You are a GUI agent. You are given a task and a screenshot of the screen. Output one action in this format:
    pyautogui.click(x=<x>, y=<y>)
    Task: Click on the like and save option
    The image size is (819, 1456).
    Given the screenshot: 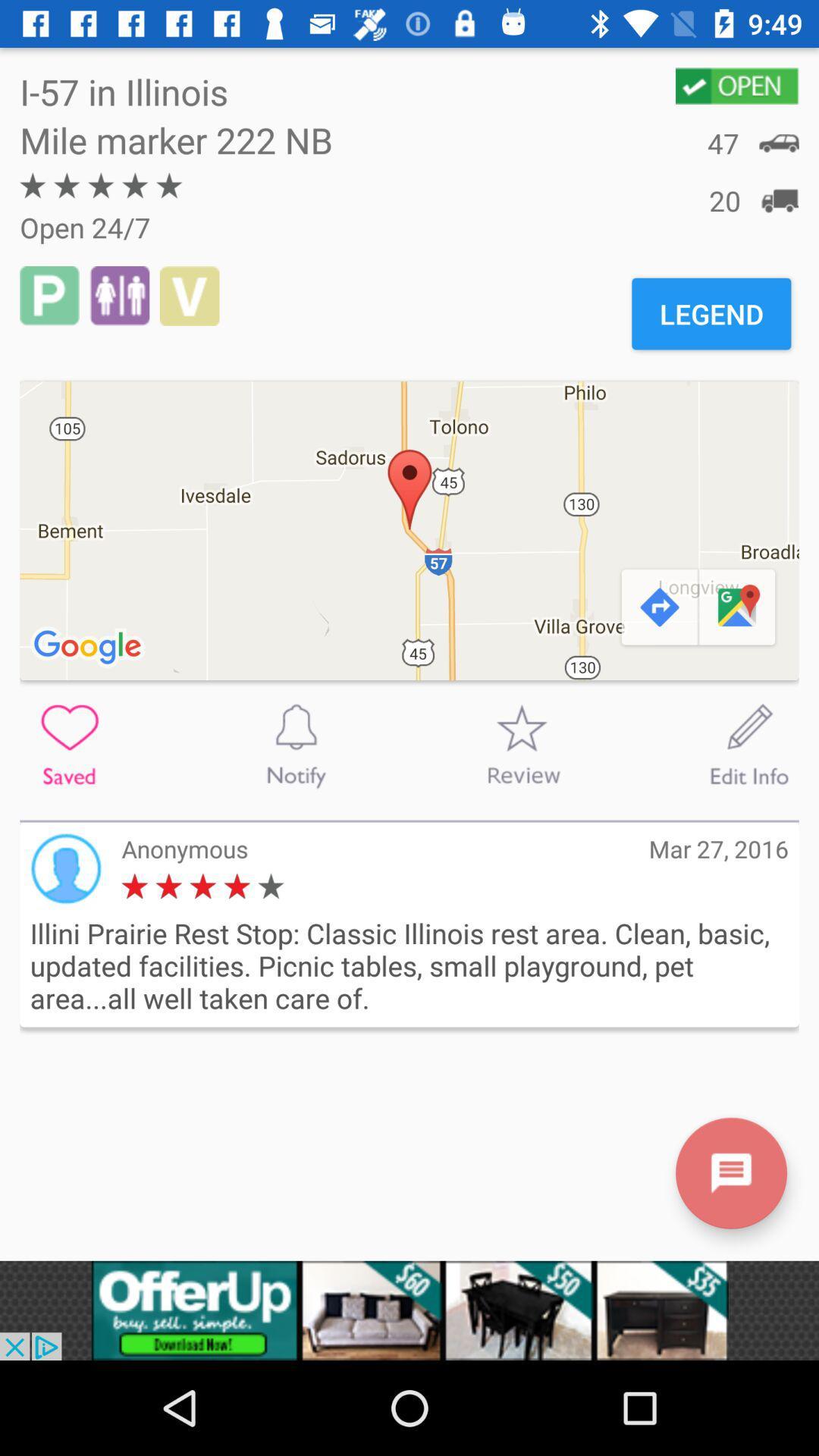 What is the action you would take?
    pyautogui.click(x=69, y=745)
    